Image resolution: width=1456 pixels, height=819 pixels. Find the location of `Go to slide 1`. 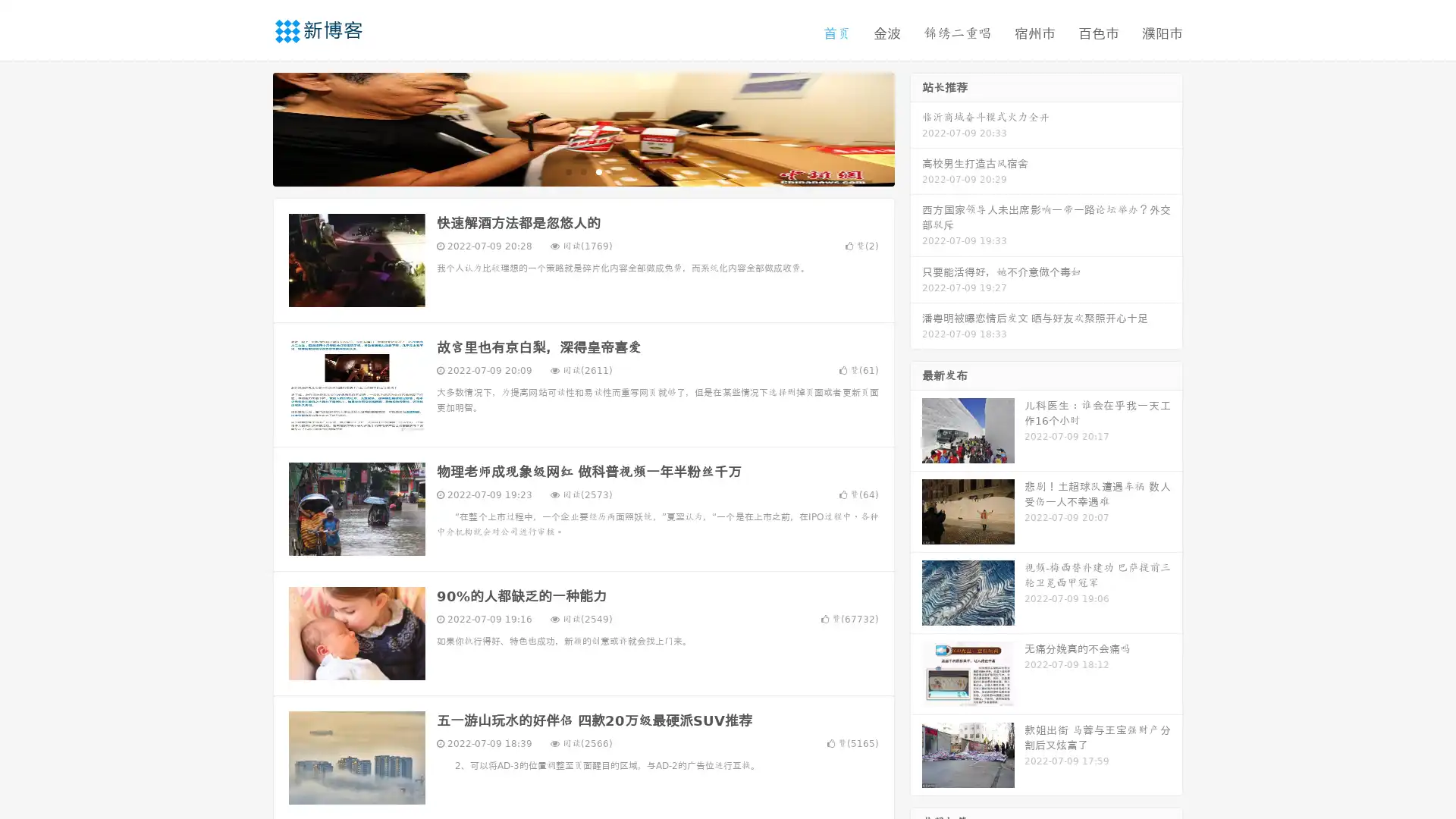

Go to slide 1 is located at coordinates (567, 171).